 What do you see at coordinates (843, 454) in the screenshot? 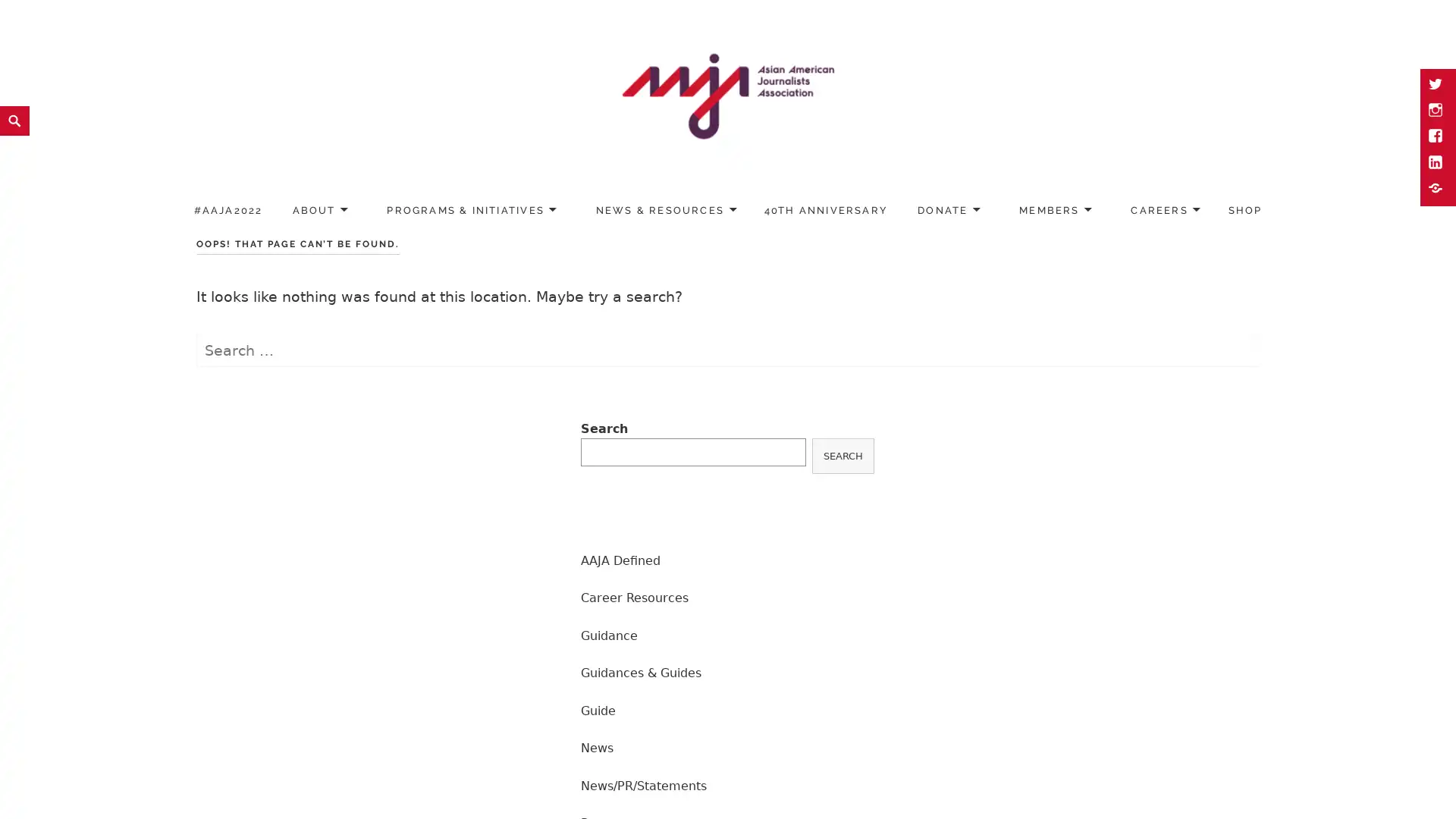
I see `SEARCH` at bounding box center [843, 454].